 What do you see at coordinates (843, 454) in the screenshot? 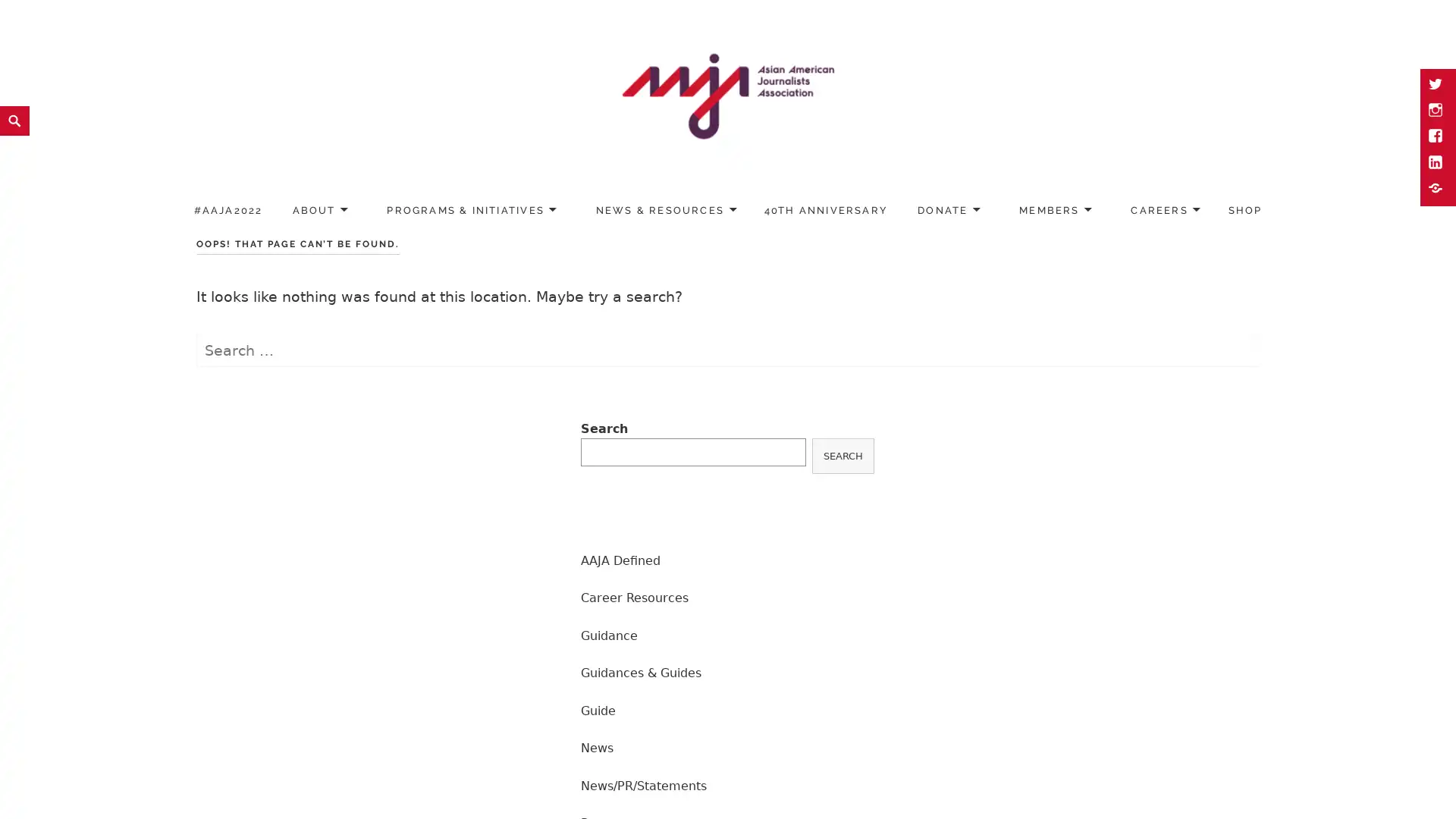
I see `SEARCH` at bounding box center [843, 454].